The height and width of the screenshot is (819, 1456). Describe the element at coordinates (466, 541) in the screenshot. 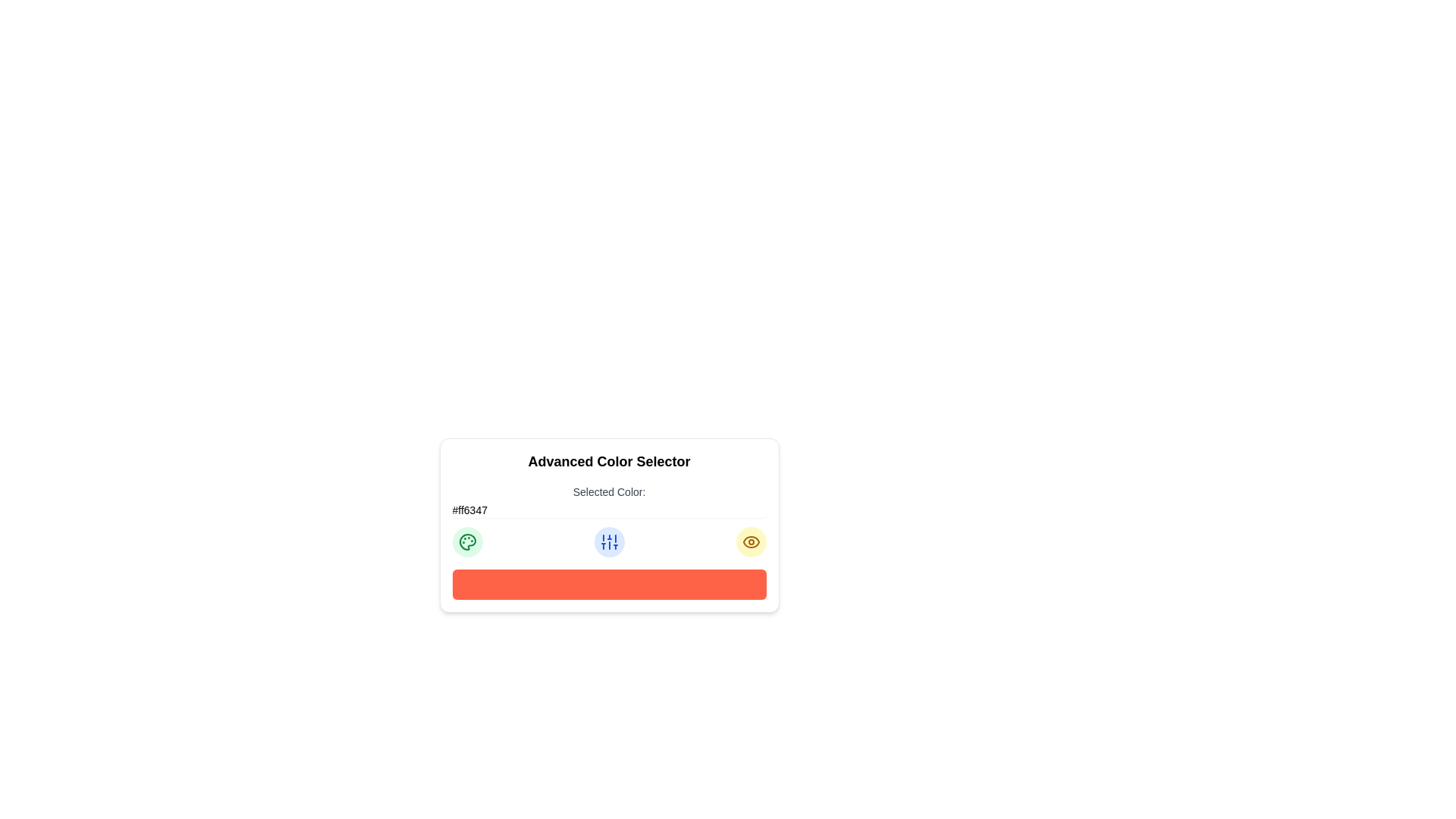

I see `the first button under 'Selected Color:'` at that location.